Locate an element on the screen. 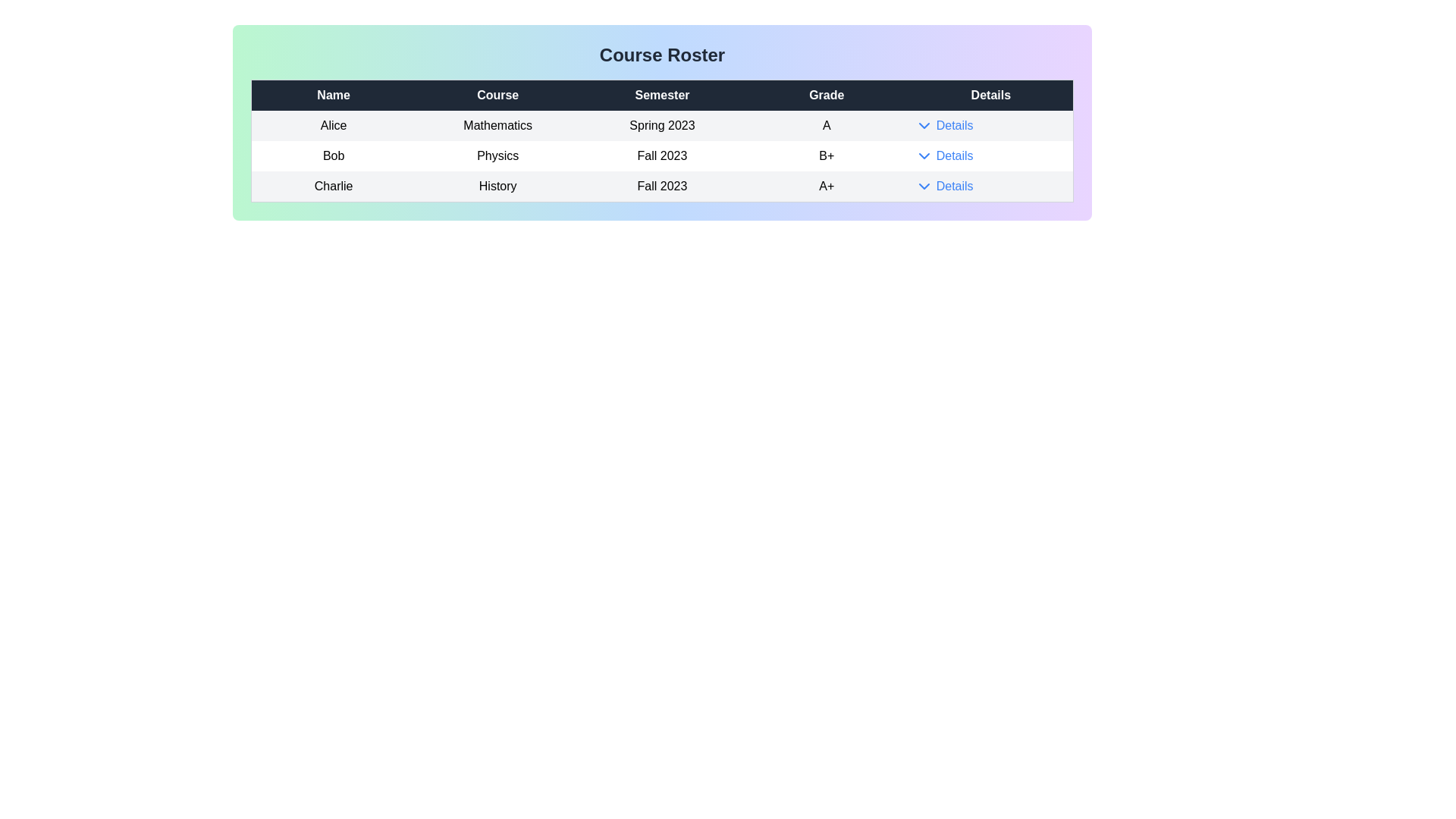  the LinkButton in the first row of the table under the 'Details' column, which reveals more information about 'Alice' and 'Mathematics' is located at coordinates (943, 124).